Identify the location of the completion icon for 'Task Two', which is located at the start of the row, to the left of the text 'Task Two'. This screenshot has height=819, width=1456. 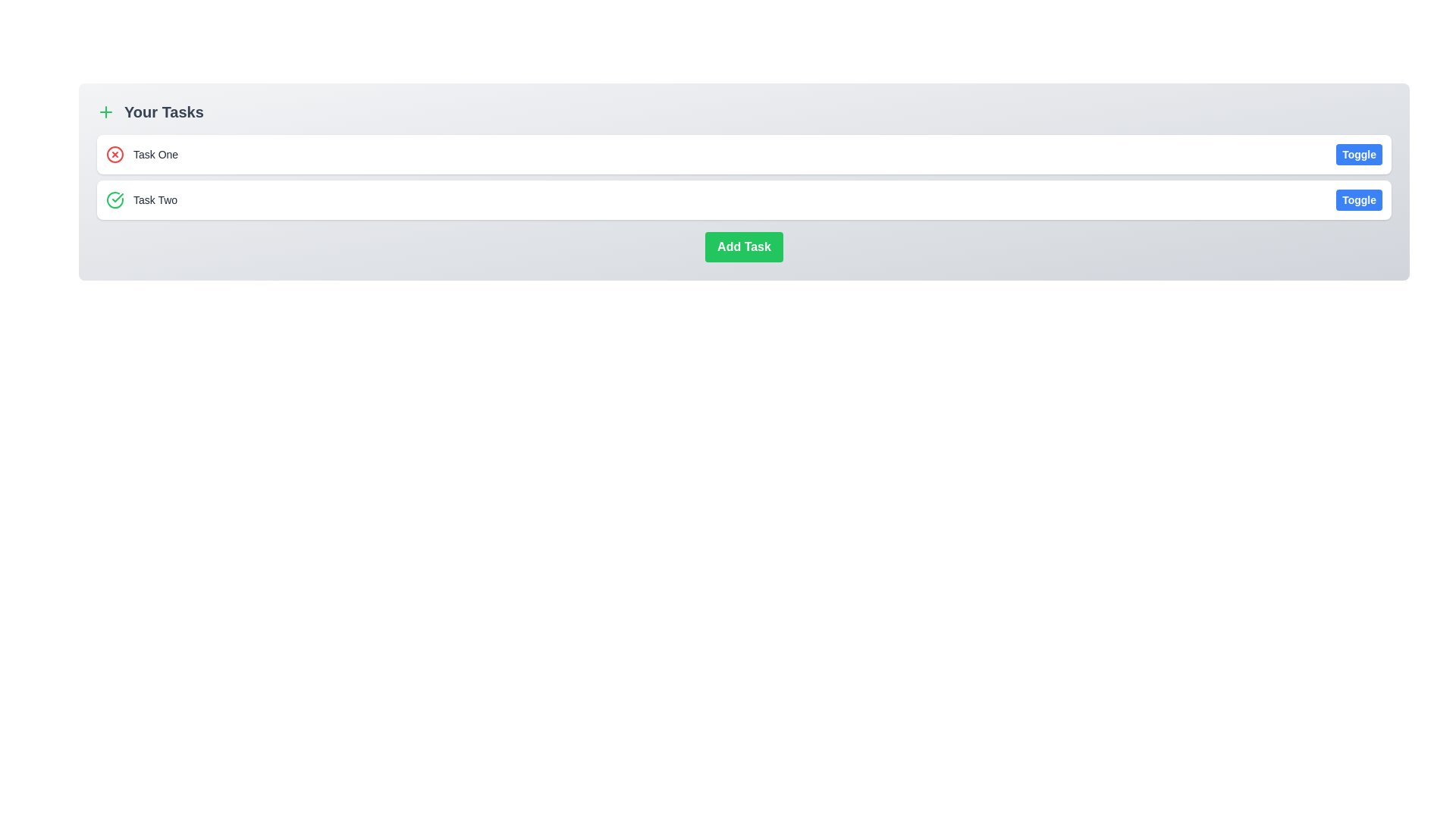
(115, 199).